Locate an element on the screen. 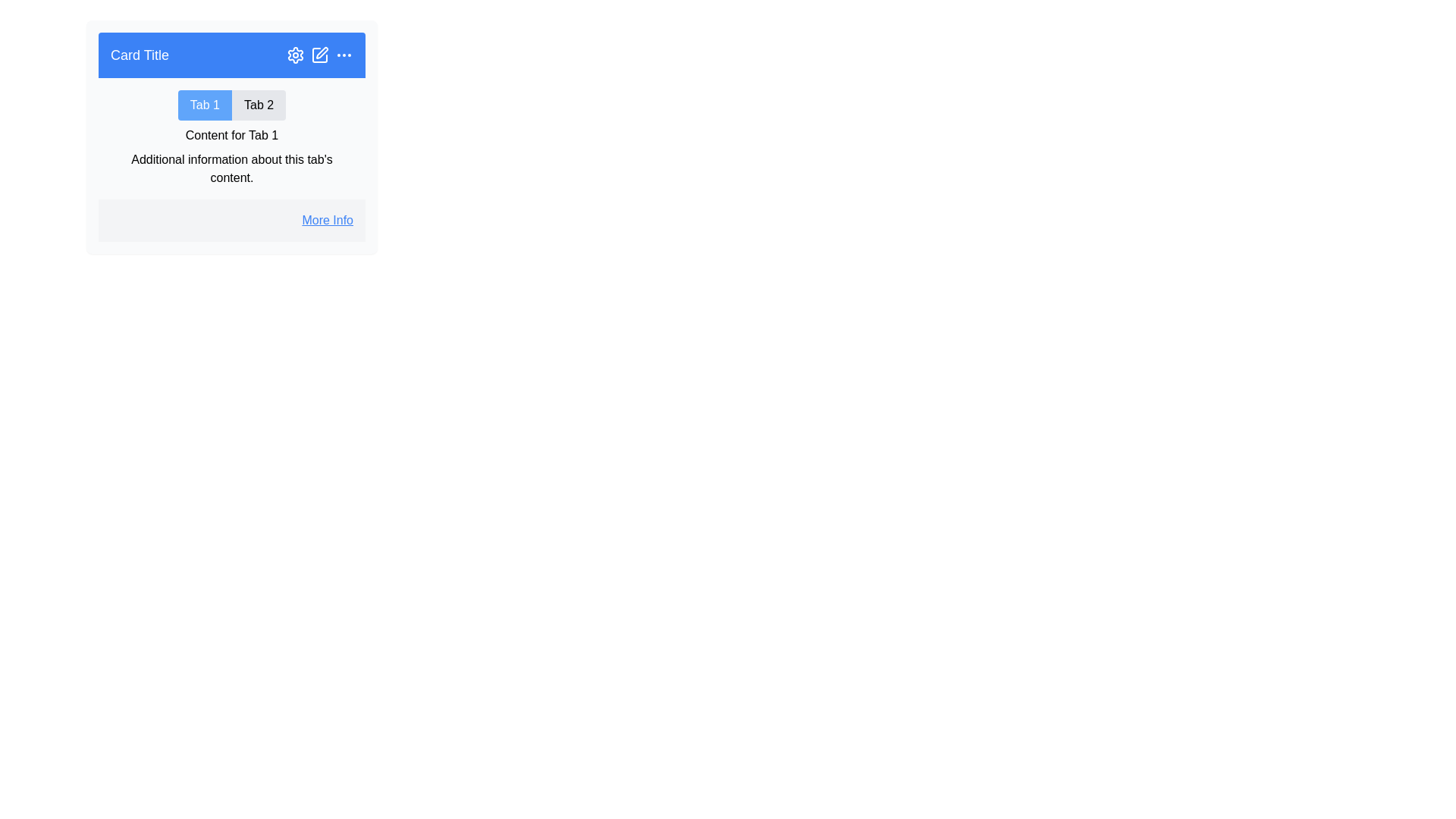 The height and width of the screenshot is (819, 1456). the gear-shaped icon button located in the header section of the card component, which is the second icon from the left in a group of three icons is located at coordinates (295, 55).